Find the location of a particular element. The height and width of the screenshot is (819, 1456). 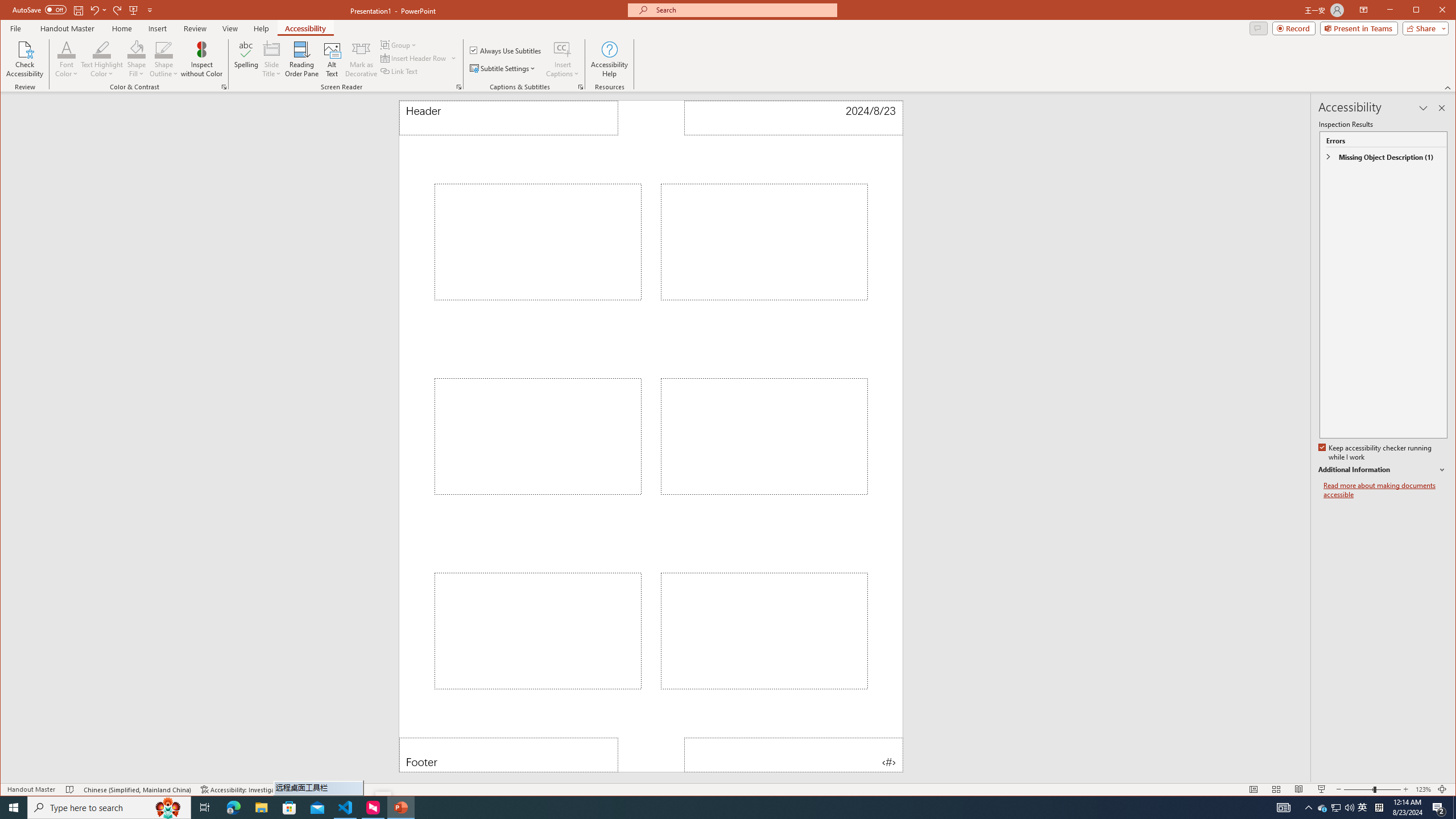

'Type here to search' is located at coordinates (109, 806).